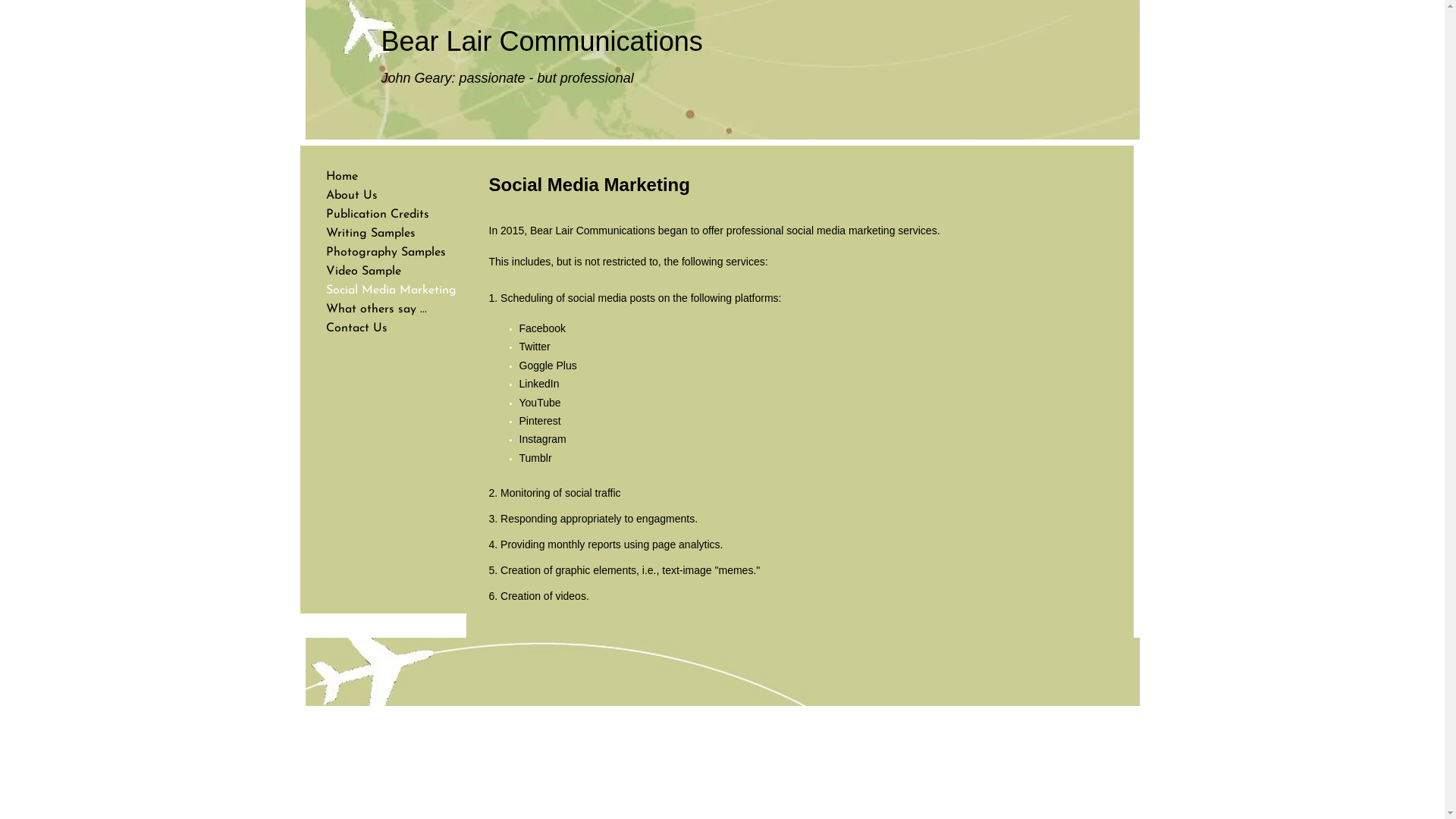 This screenshot has width=1456, height=819. Describe the element at coordinates (318, 290) in the screenshot. I see `'Social Media Marketing'` at that location.